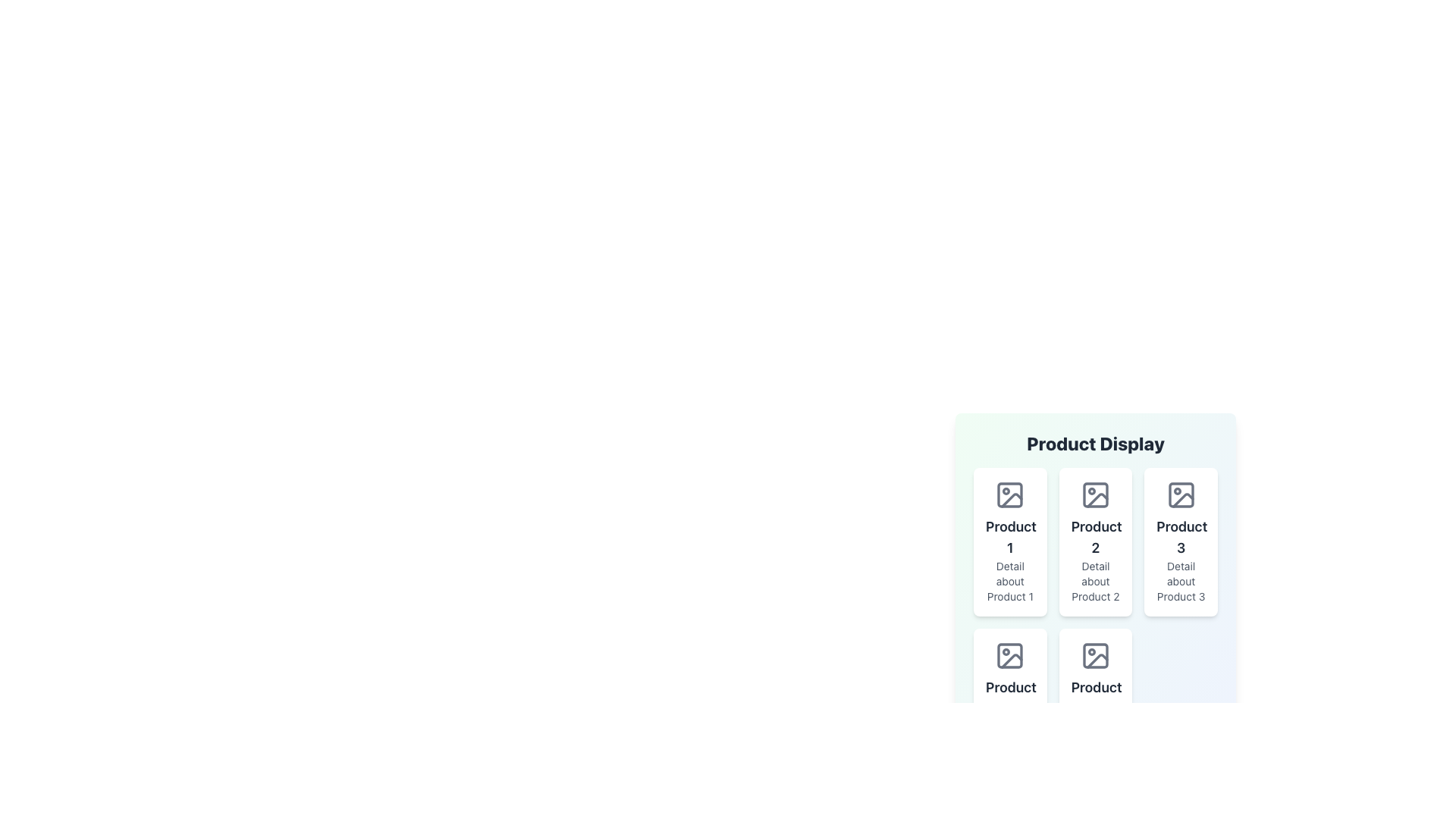 The width and height of the screenshot is (1456, 819). Describe the element at coordinates (1010, 654) in the screenshot. I see `the small, rectangular icon with rounded corners located in the bottom-left section of the content grid within the fourth product card labeled 'Product'` at that location.